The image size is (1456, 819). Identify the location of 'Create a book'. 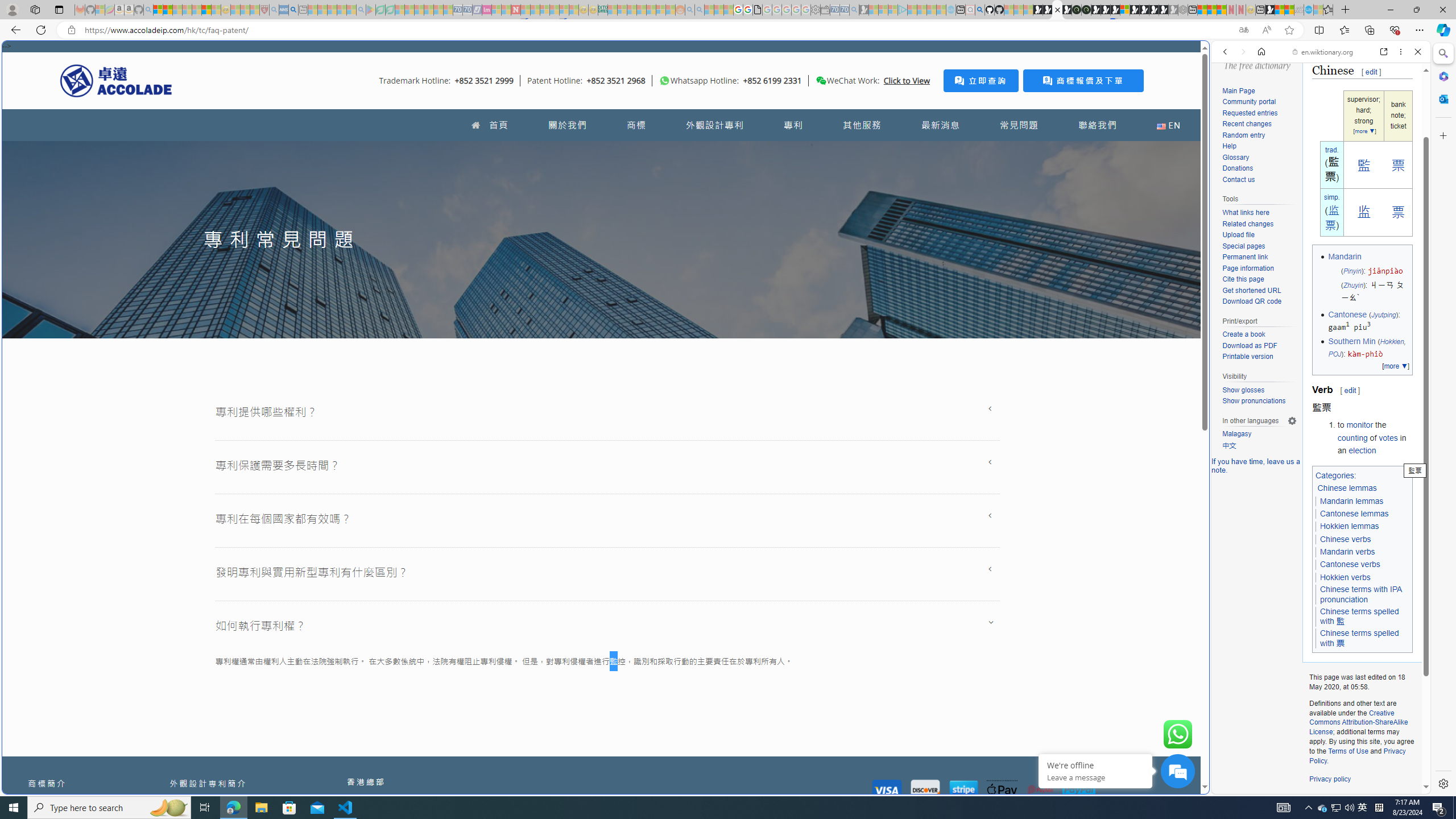
(1243, 334).